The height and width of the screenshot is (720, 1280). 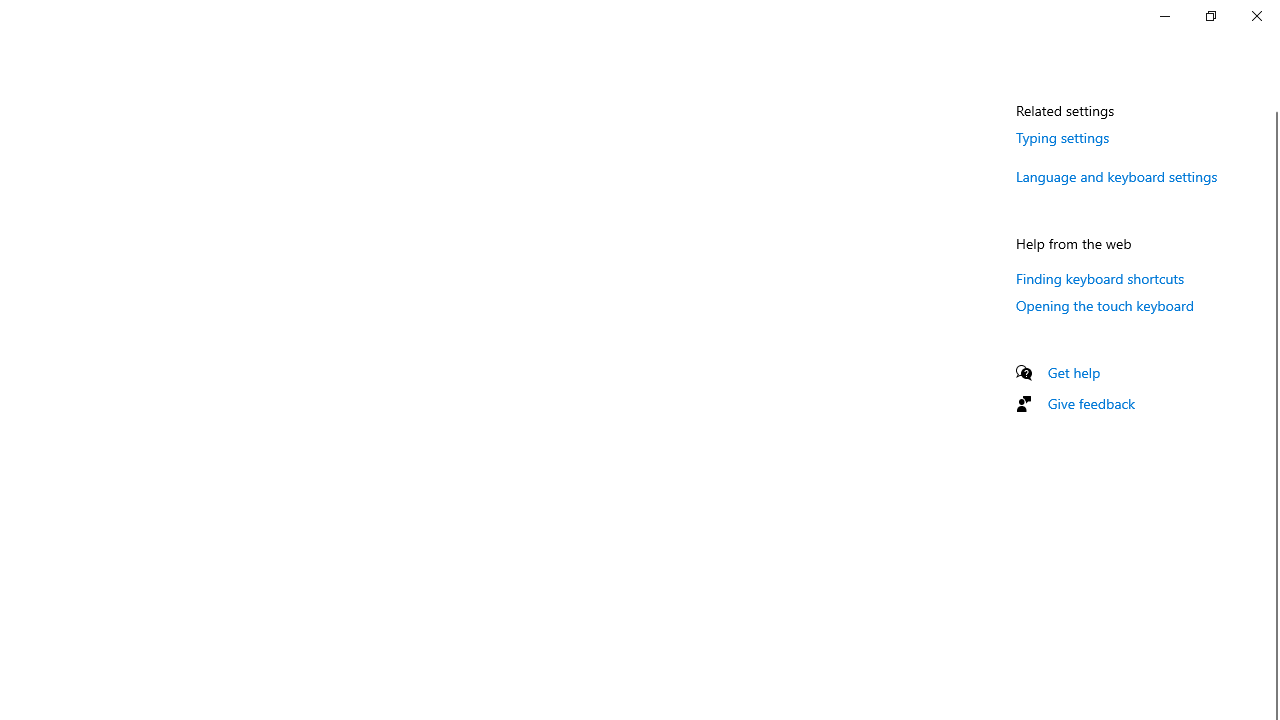 What do you see at coordinates (1164, 15) in the screenshot?
I see `'Minimize Settings'` at bounding box center [1164, 15].